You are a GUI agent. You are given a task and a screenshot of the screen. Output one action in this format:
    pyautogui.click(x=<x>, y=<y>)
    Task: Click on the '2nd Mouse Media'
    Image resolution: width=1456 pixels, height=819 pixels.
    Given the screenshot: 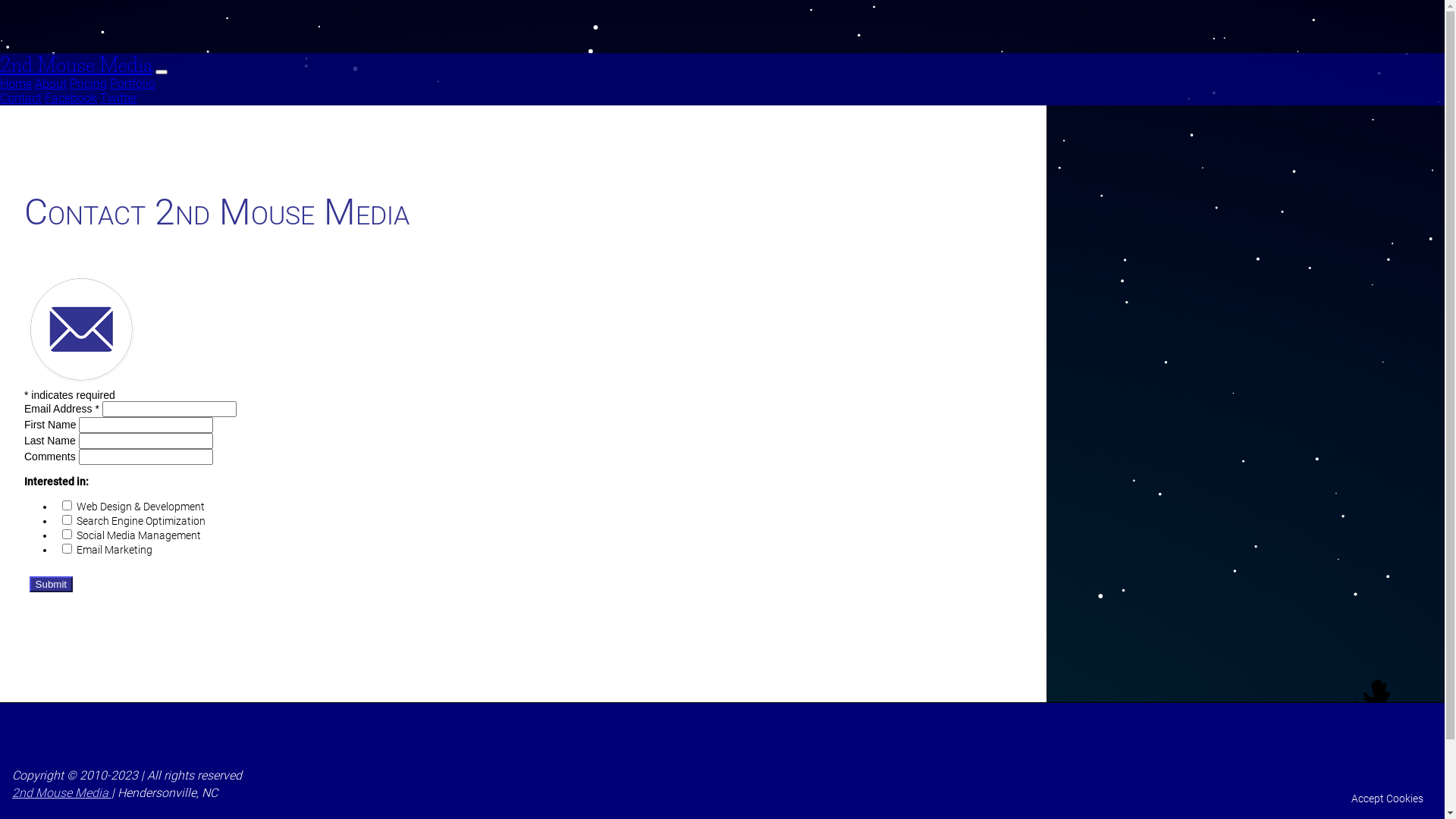 What is the action you would take?
    pyautogui.click(x=0, y=64)
    